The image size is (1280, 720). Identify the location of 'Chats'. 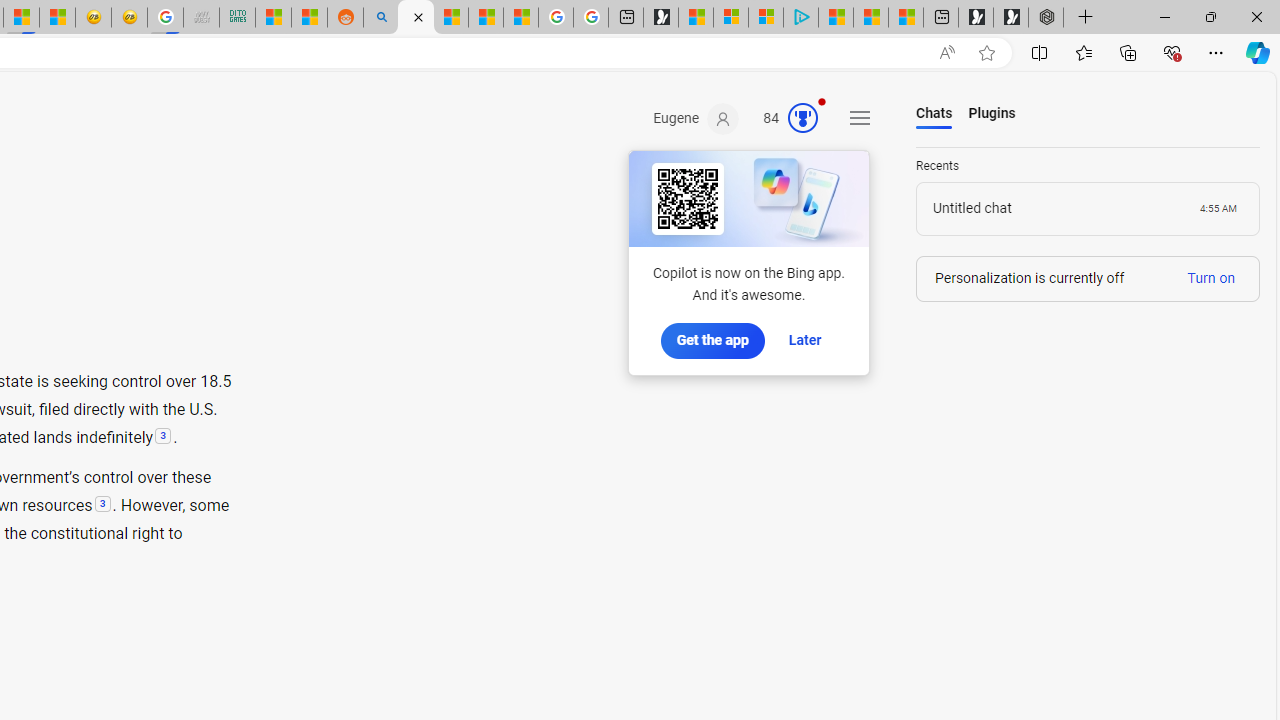
(934, 114).